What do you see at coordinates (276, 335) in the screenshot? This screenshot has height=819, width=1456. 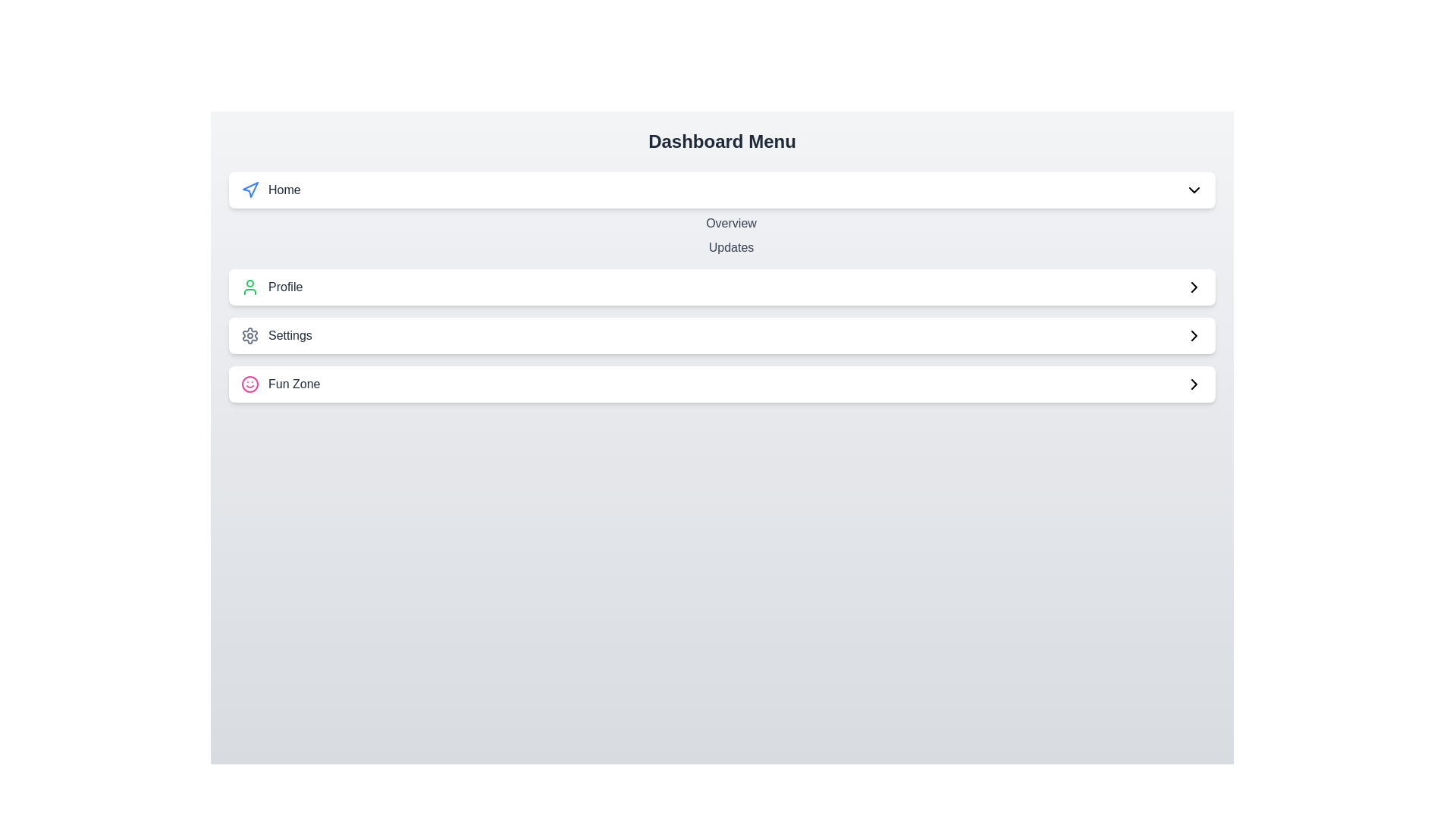 I see `the 'Settings' navigation menu item, which features a gear icon and gray text in medium font, located in the third row of the menu` at bounding box center [276, 335].